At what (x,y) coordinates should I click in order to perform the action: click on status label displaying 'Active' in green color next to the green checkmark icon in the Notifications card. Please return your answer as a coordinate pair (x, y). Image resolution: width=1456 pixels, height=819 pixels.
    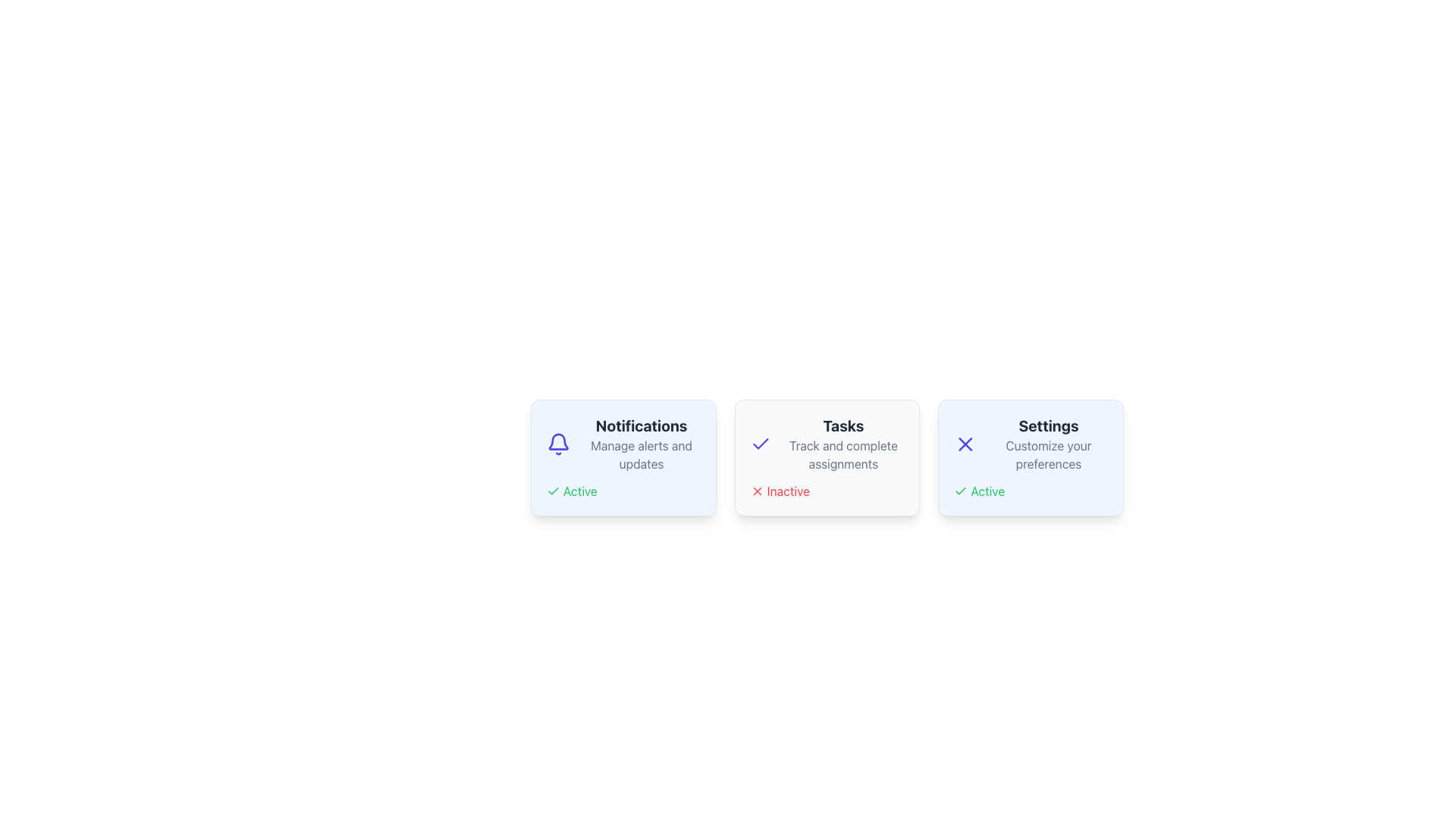
    Looking at the image, I should click on (579, 491).